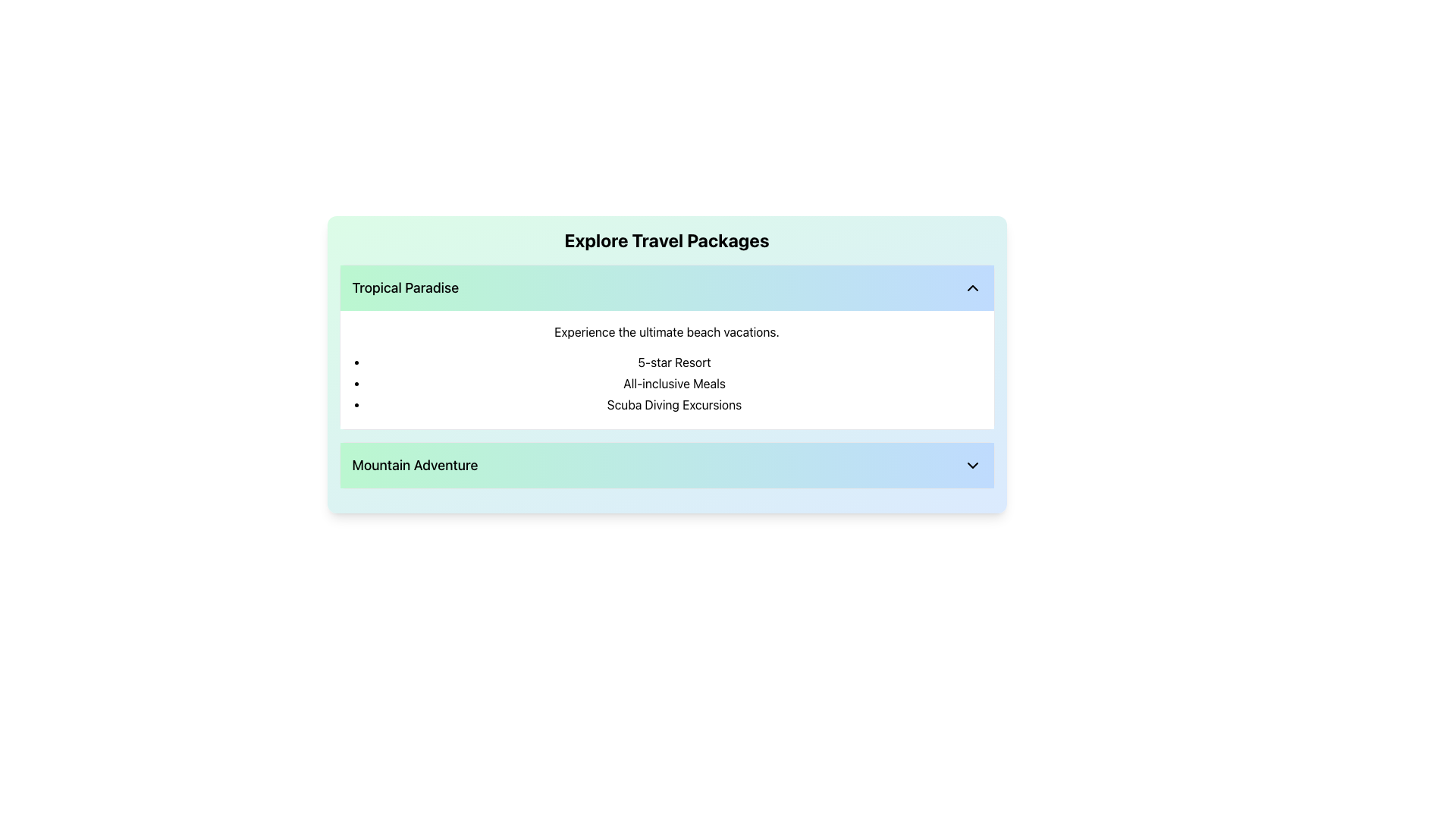  I want to click on the Chevron-Down icon at the far-right end of the 'Mountain Adventure' section, so click(972, 464).